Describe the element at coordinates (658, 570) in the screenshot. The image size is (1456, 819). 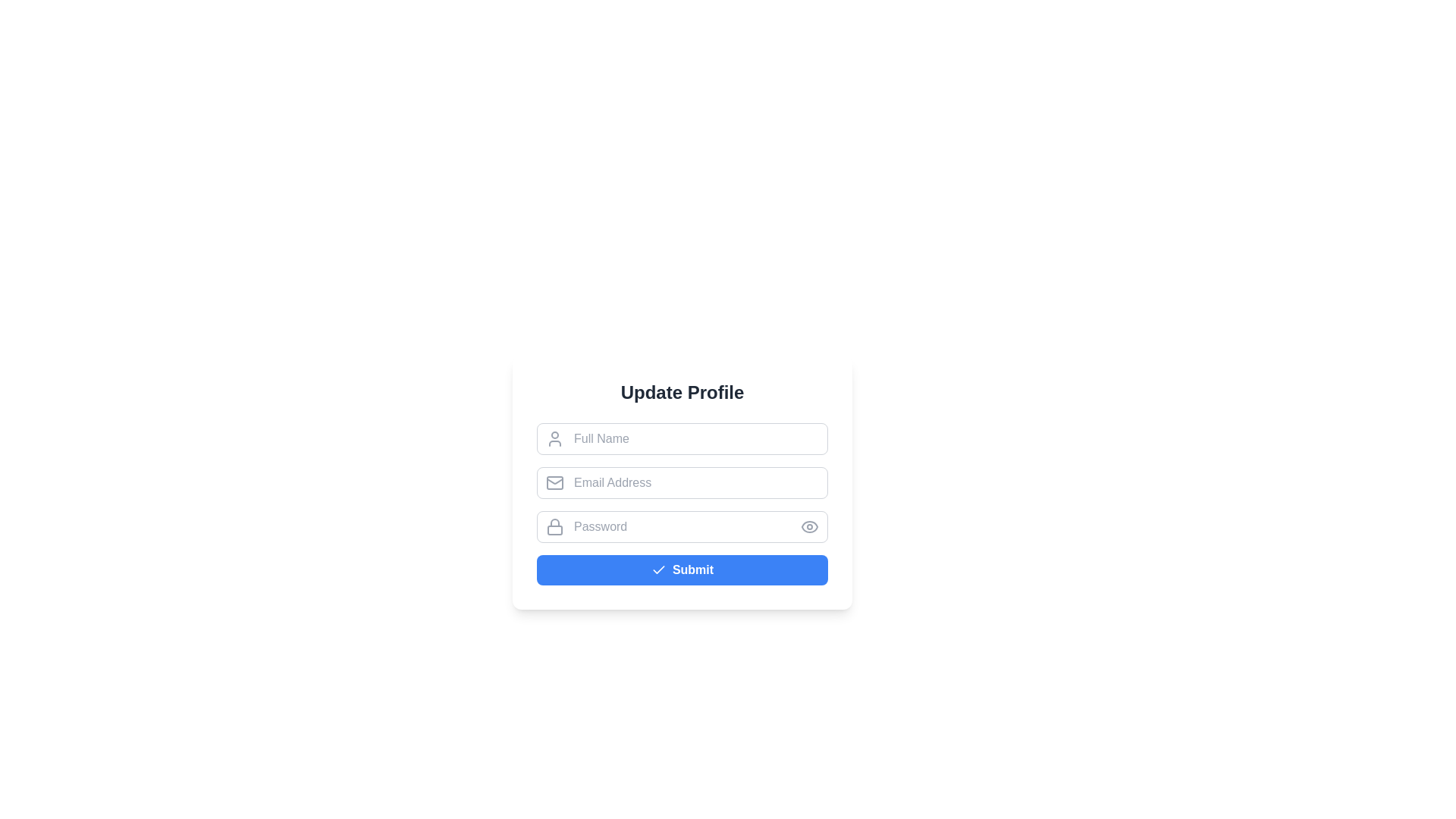
I see `the checkmark icon inside the 'Submit' button, which is located towards the center-right of the button's content area in a blue rectangular area` at that location.